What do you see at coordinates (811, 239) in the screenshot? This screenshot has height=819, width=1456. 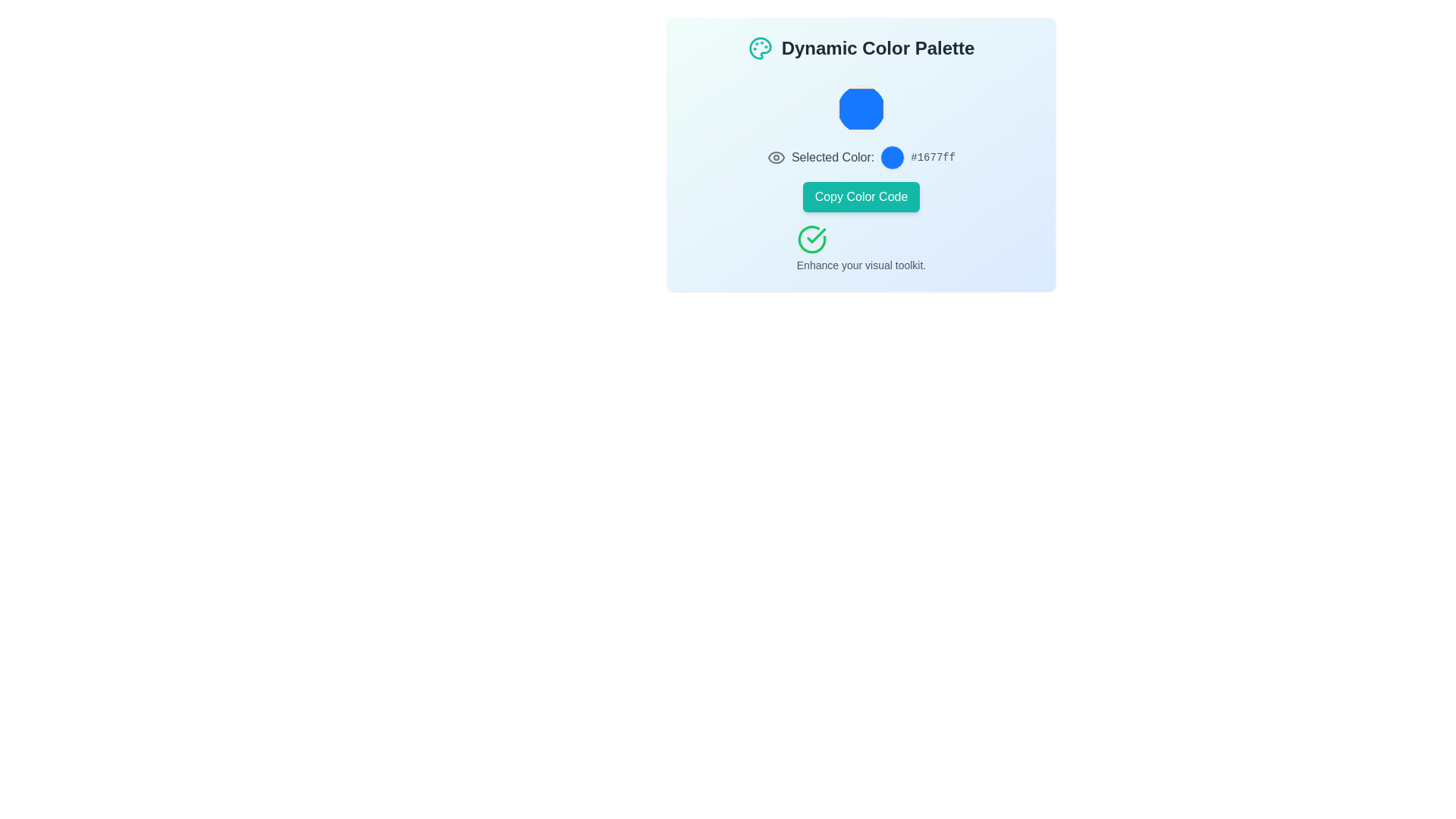 I see `the circular green checkmark icon located at the bottom left of the 'Dynamic Color Palette' card, which is styled with a green hue and is adjacent to the text 'Enhance your visual toolkit.'` at bounding box center [811, 239].